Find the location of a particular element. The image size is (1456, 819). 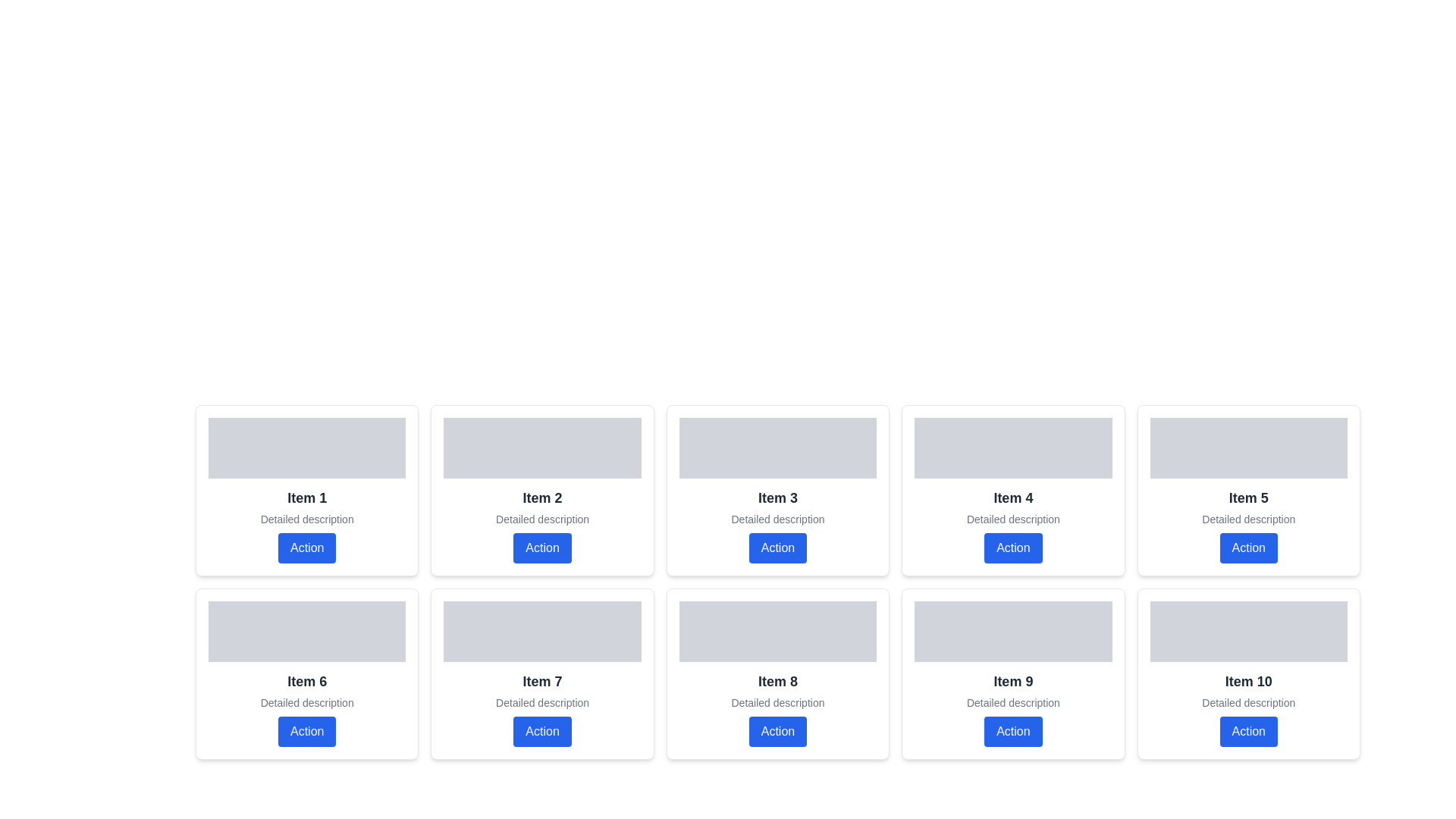

the text label displaying 'Item 3', which is the title of the third card in the first row of a grid layout is located at coordinates (778, 497).